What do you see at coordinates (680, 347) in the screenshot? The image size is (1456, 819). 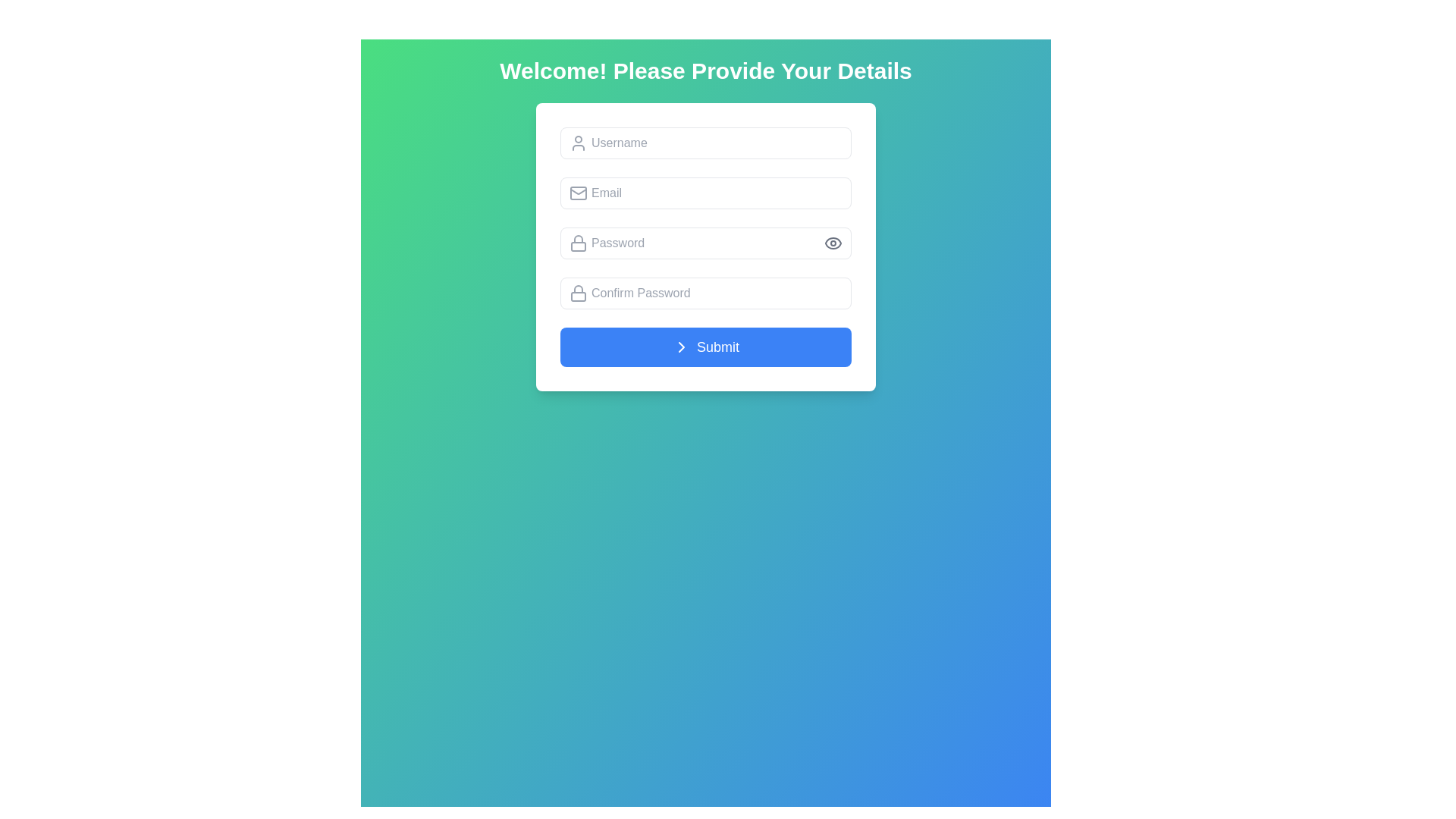 I see `the chevron indicator icon located at the center-right of the 'Submit' button, which signifies that clicking it will initiate an action` at bounding box center [680, 347].